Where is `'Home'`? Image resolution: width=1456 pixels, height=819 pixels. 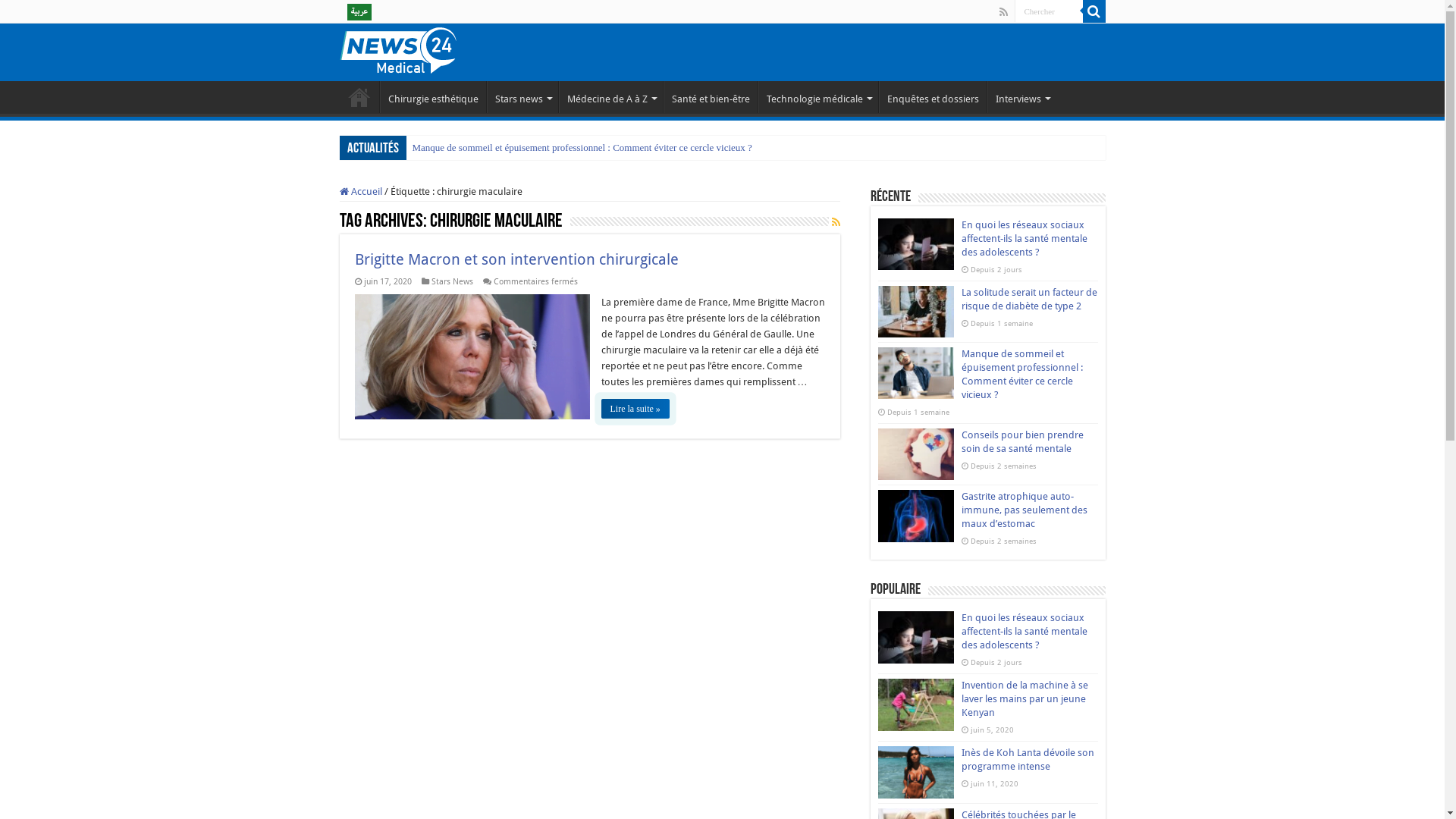
'Home' is located at coordinates (338, 96).